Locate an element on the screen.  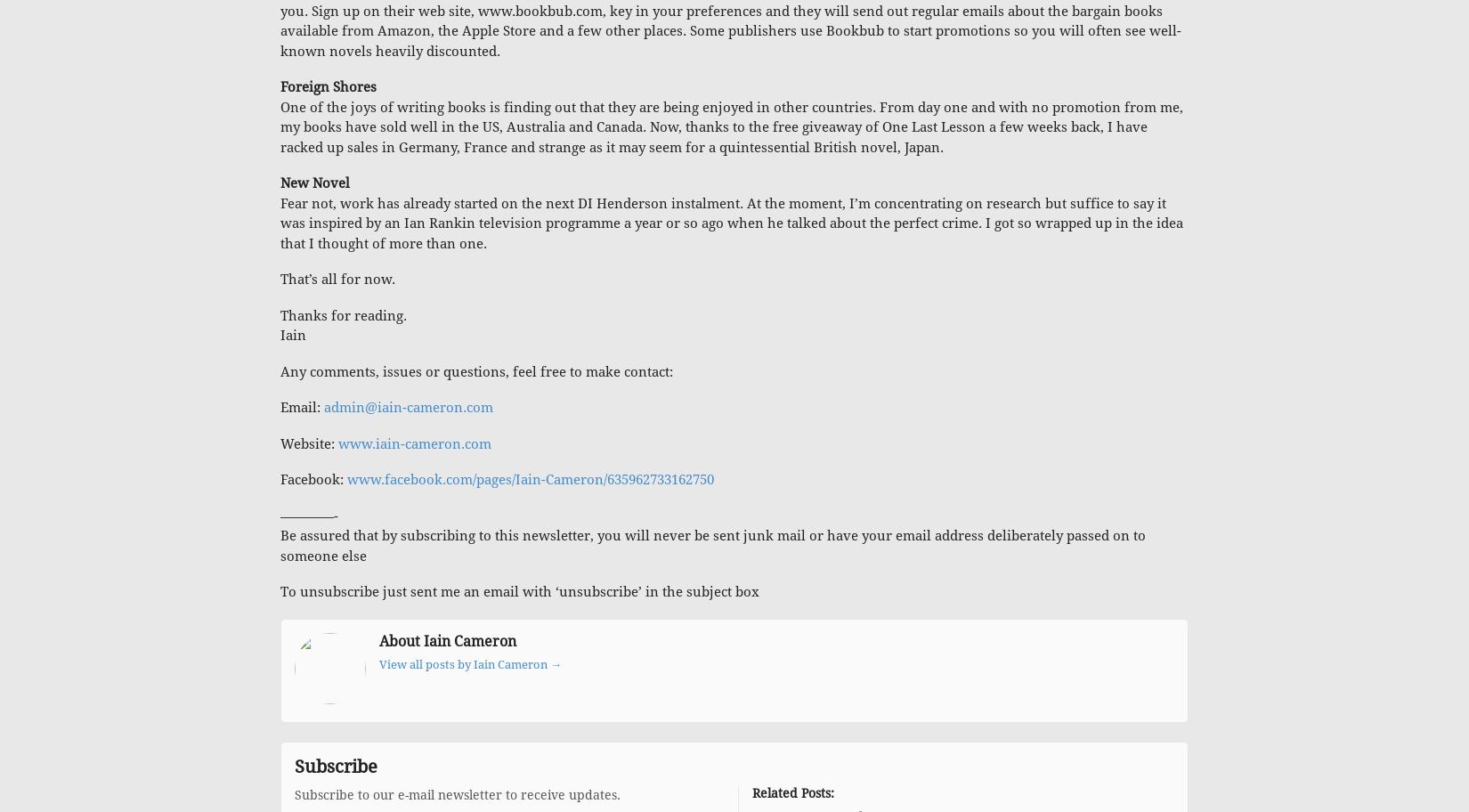
'Website:' is located at coordinates (309, 443).